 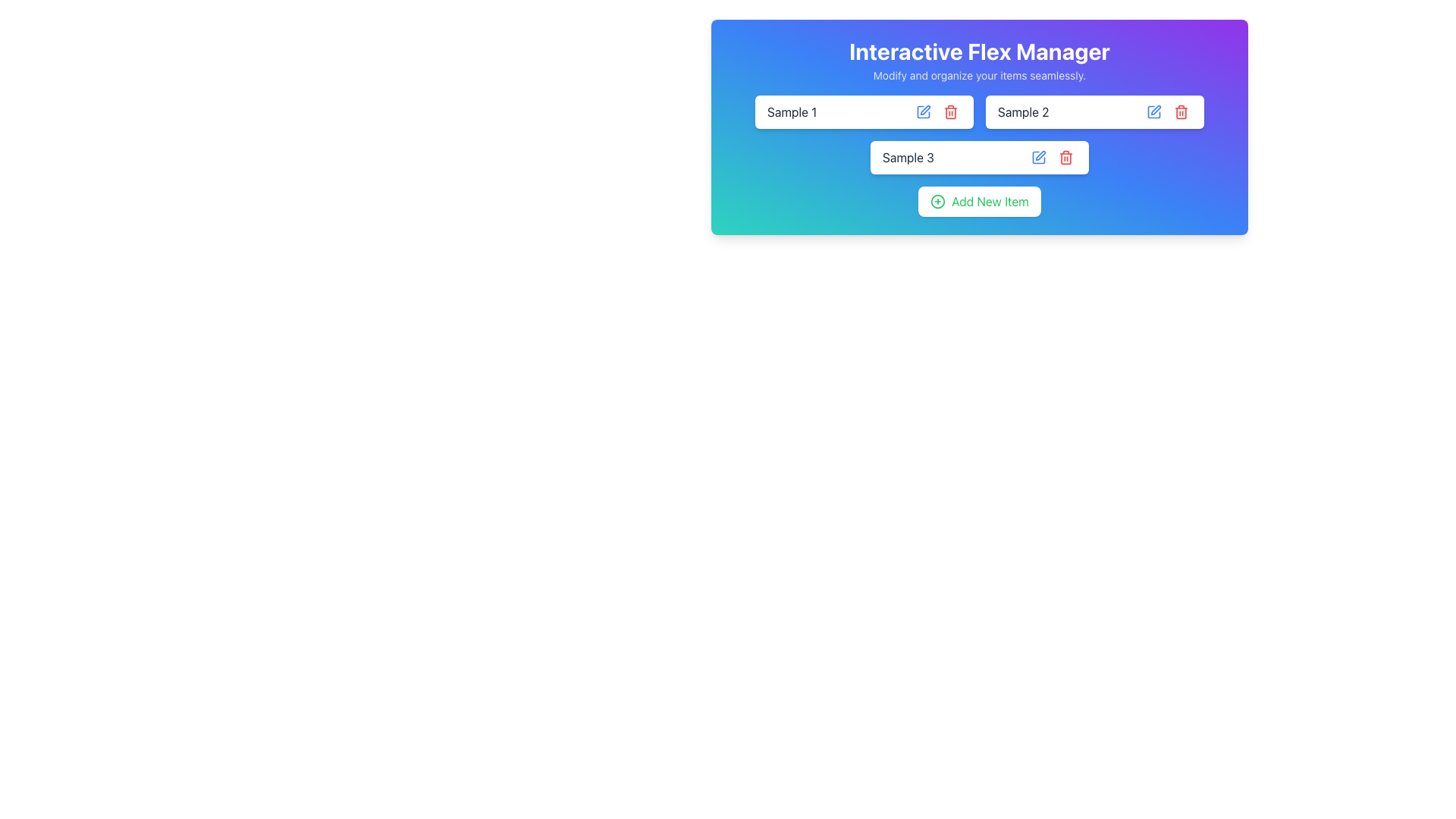 What do you see at coordinates (937, 201) in the screenshot?
I see `the outer rim of the circular SVG icon that represents the 'Add New Item' button` at bounding box center [937, 201].